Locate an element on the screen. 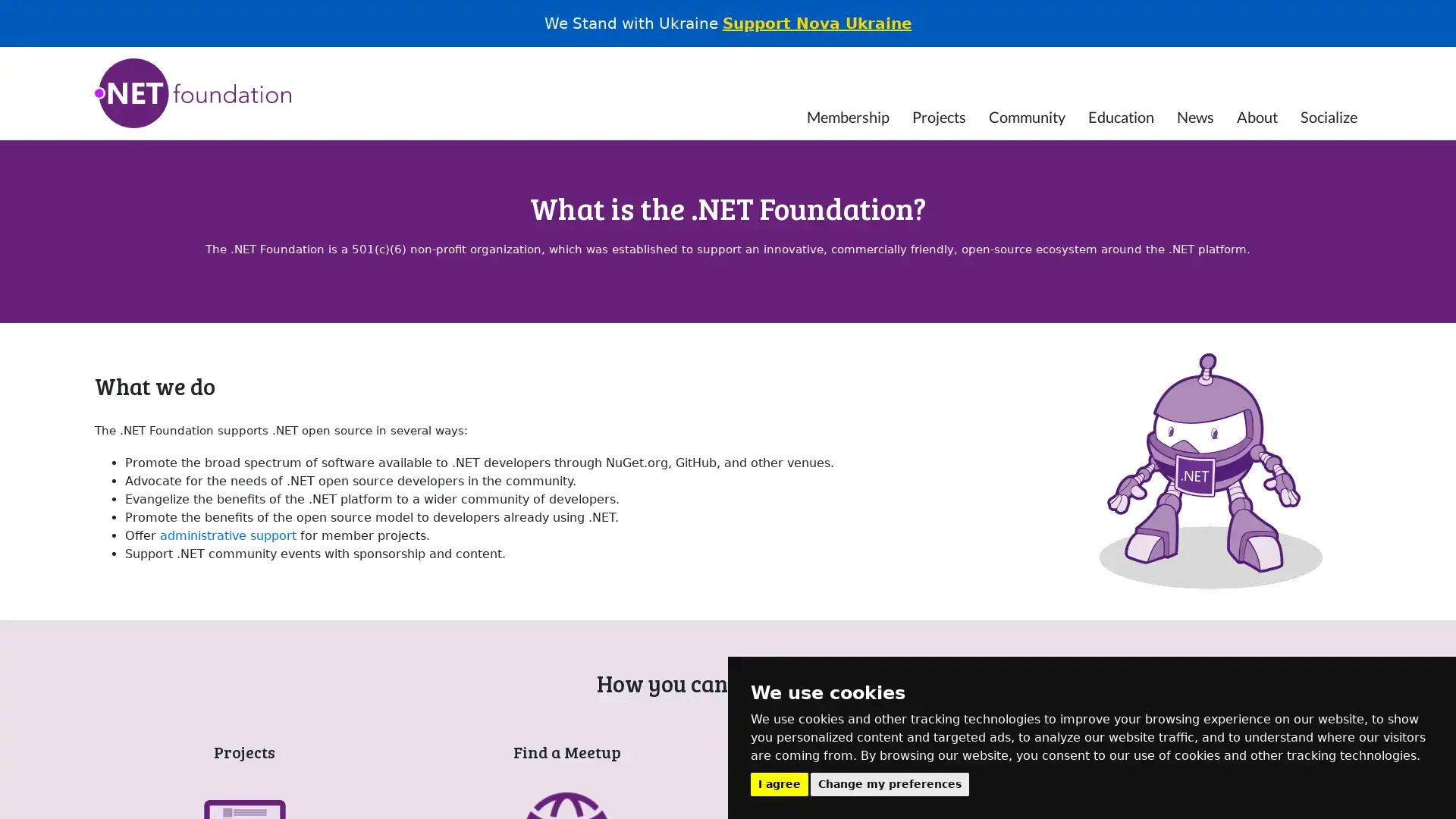  Change my preferences is located at coordinates (889, 784).